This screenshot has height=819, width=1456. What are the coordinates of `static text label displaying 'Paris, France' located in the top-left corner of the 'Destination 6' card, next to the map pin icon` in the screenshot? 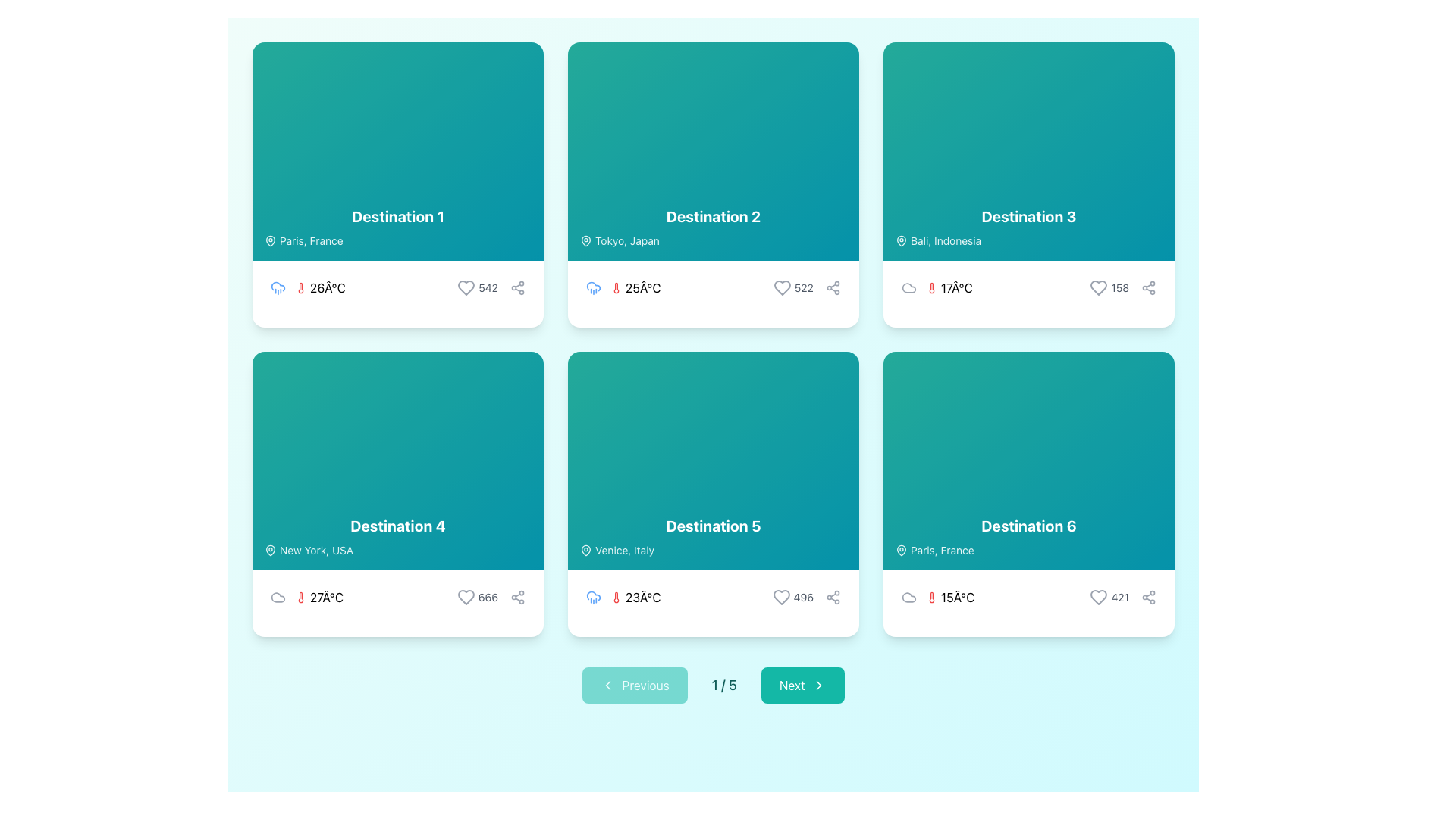 It's located at (941, 550).